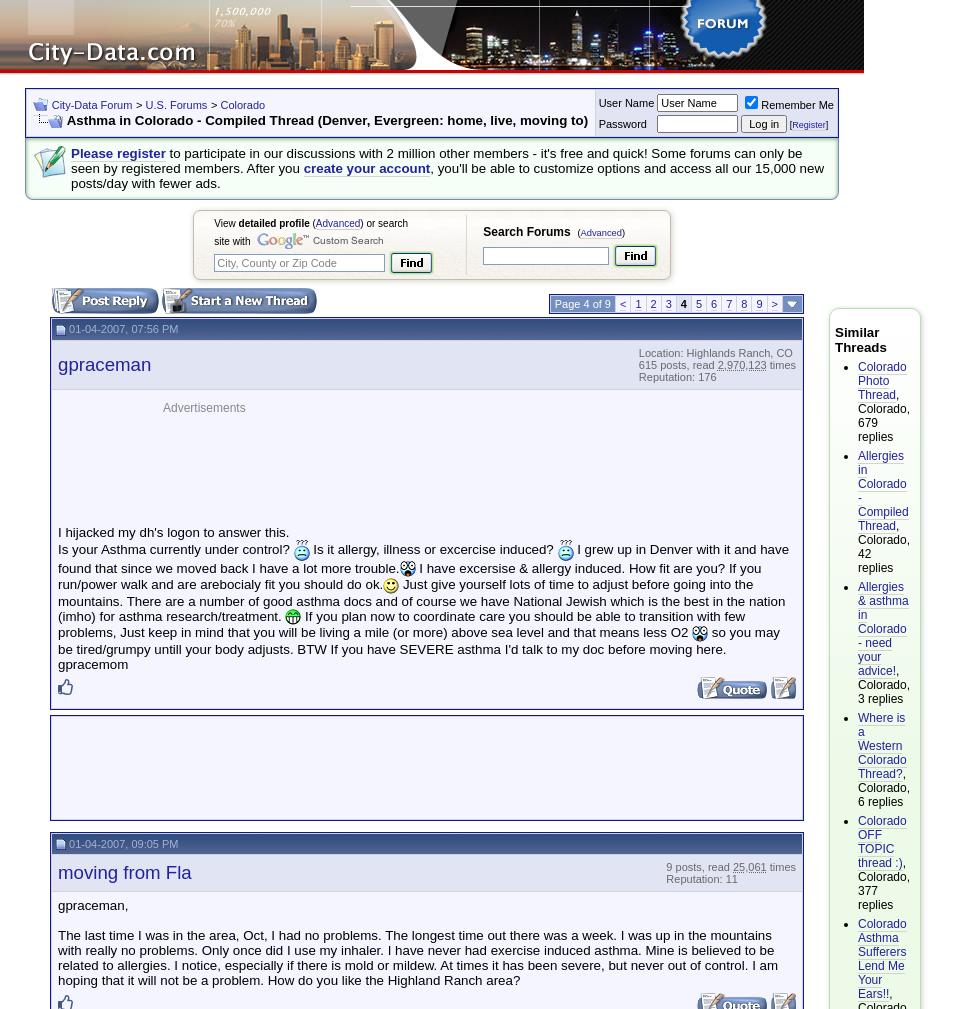  Describe the element at coordinates (377, 9) in the screenshot. I see `'X'` at that location.